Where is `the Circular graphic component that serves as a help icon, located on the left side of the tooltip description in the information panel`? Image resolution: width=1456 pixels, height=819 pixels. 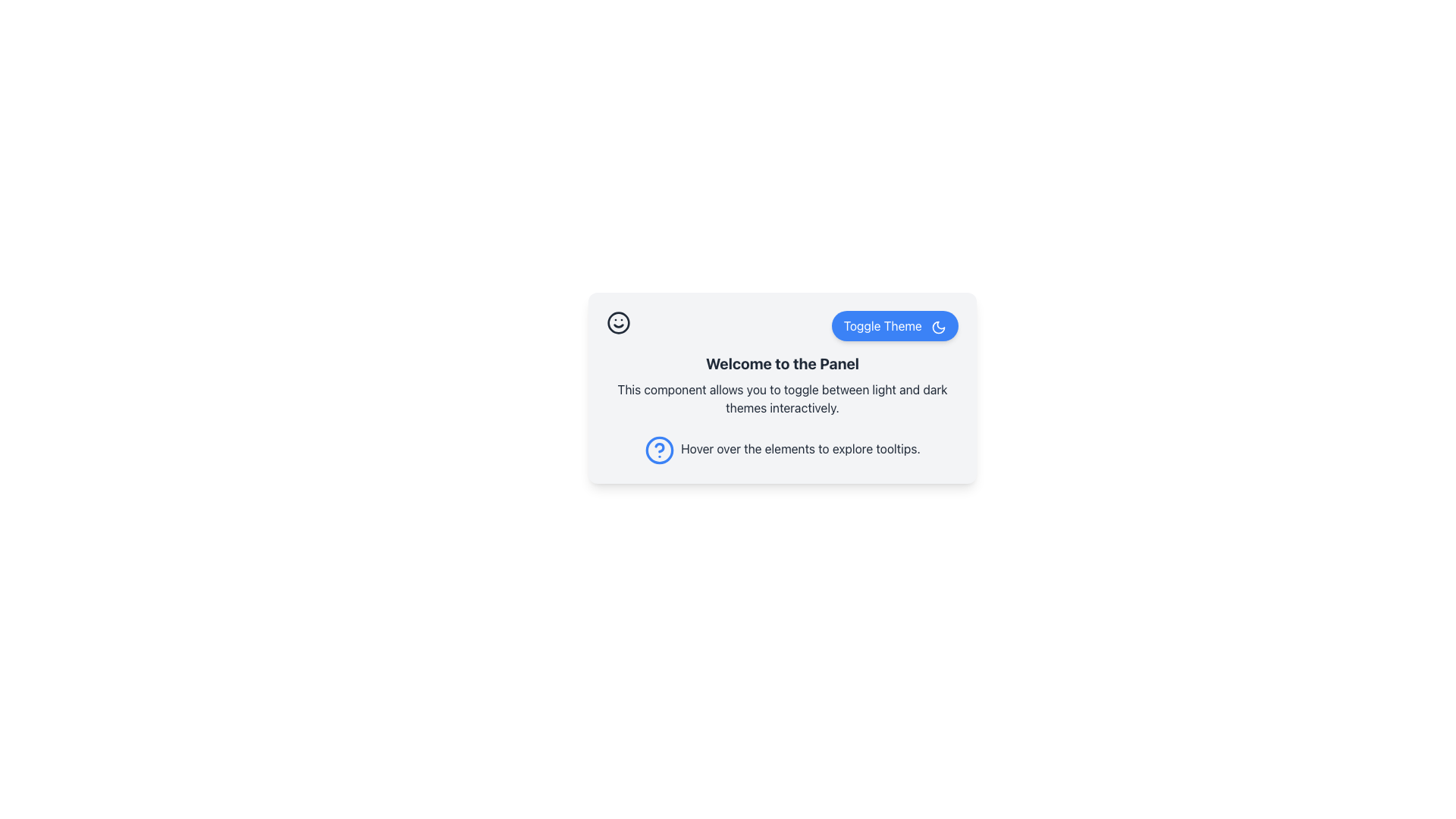
the Circular graphic component that serves as a help icon, located on the left side of the tooltip description in the information panel is located at coordinates (660, 450).